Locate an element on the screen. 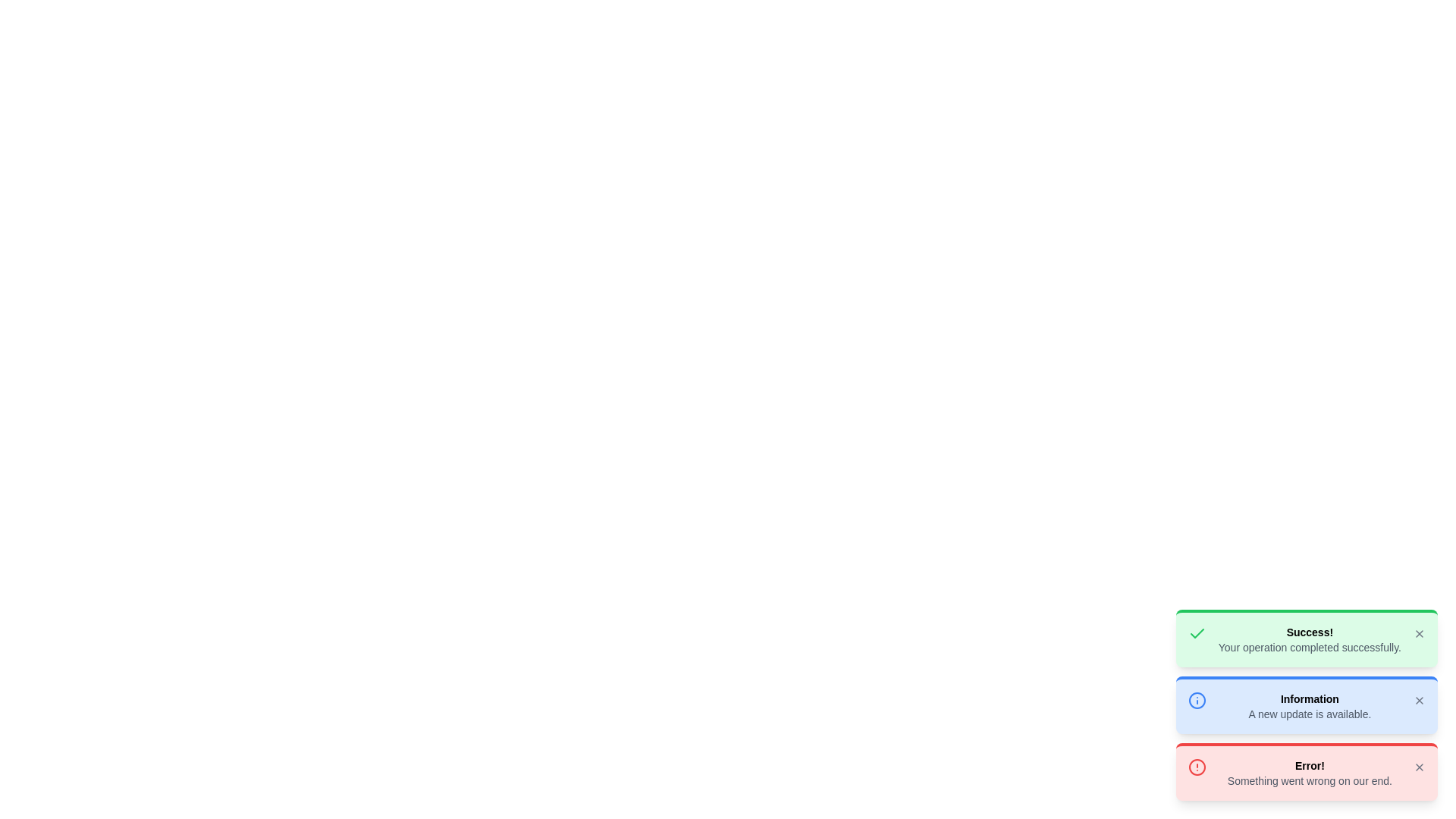 The image size is (1456, 819). the gray 'X' icon-based button located at the top-right corner of the second notification card with a blue background is located at coordinates (1419, 701).